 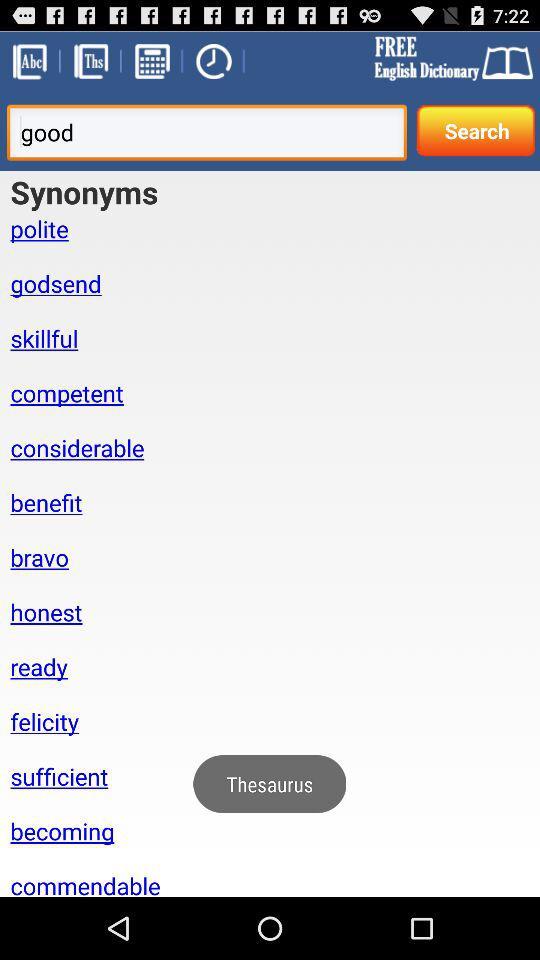 What do you see at coordinates (150, 65) in the screenshot?
I see `the date_range icon` at bounding box center [150, 65].